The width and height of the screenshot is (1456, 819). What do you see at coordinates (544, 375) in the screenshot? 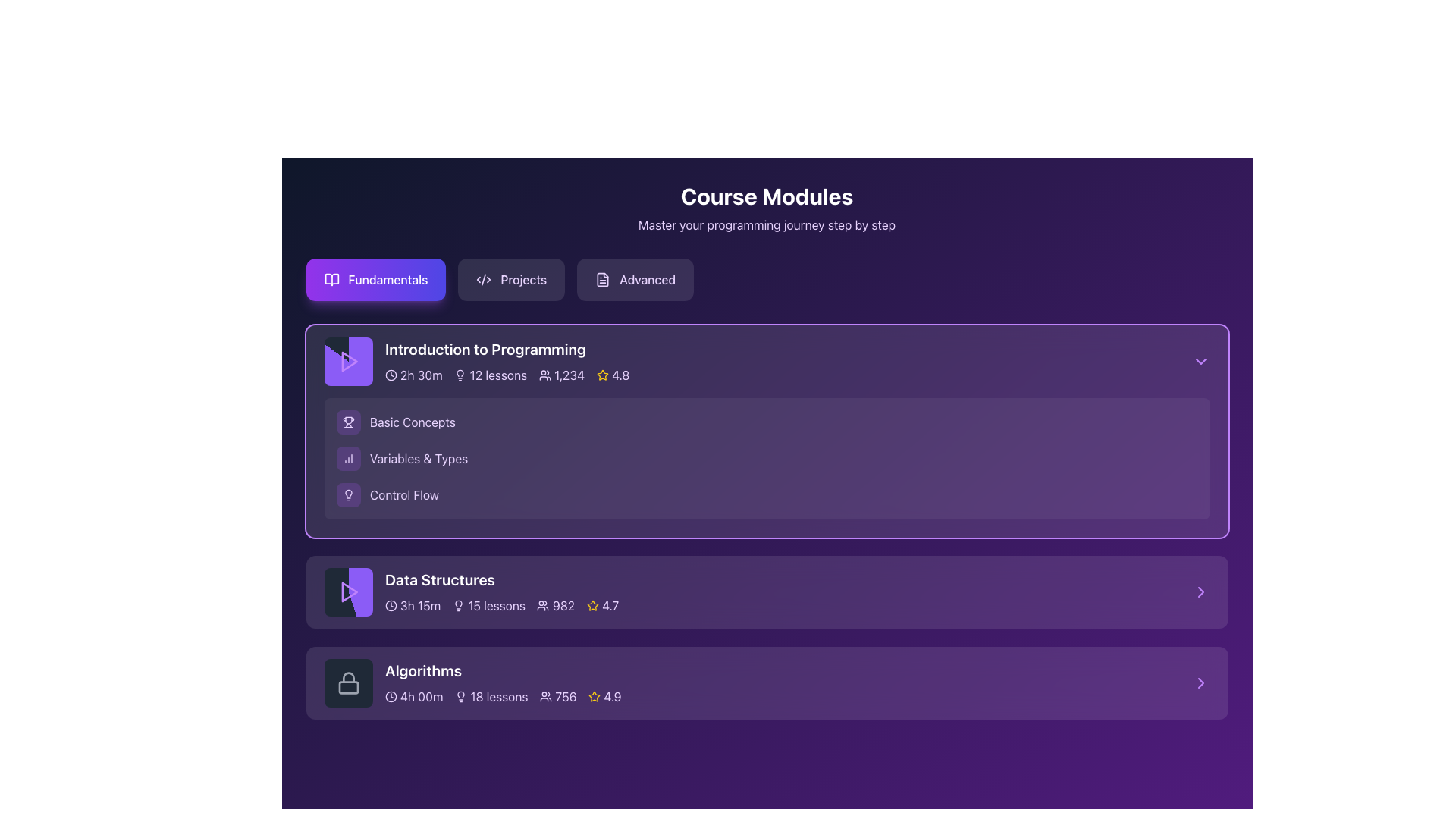
I see `the user icon represented by a group of silhouettes, located to the left of the text '1,234' within the card labeled 'Introduction to Programming'` at bounding box center [544, 375].